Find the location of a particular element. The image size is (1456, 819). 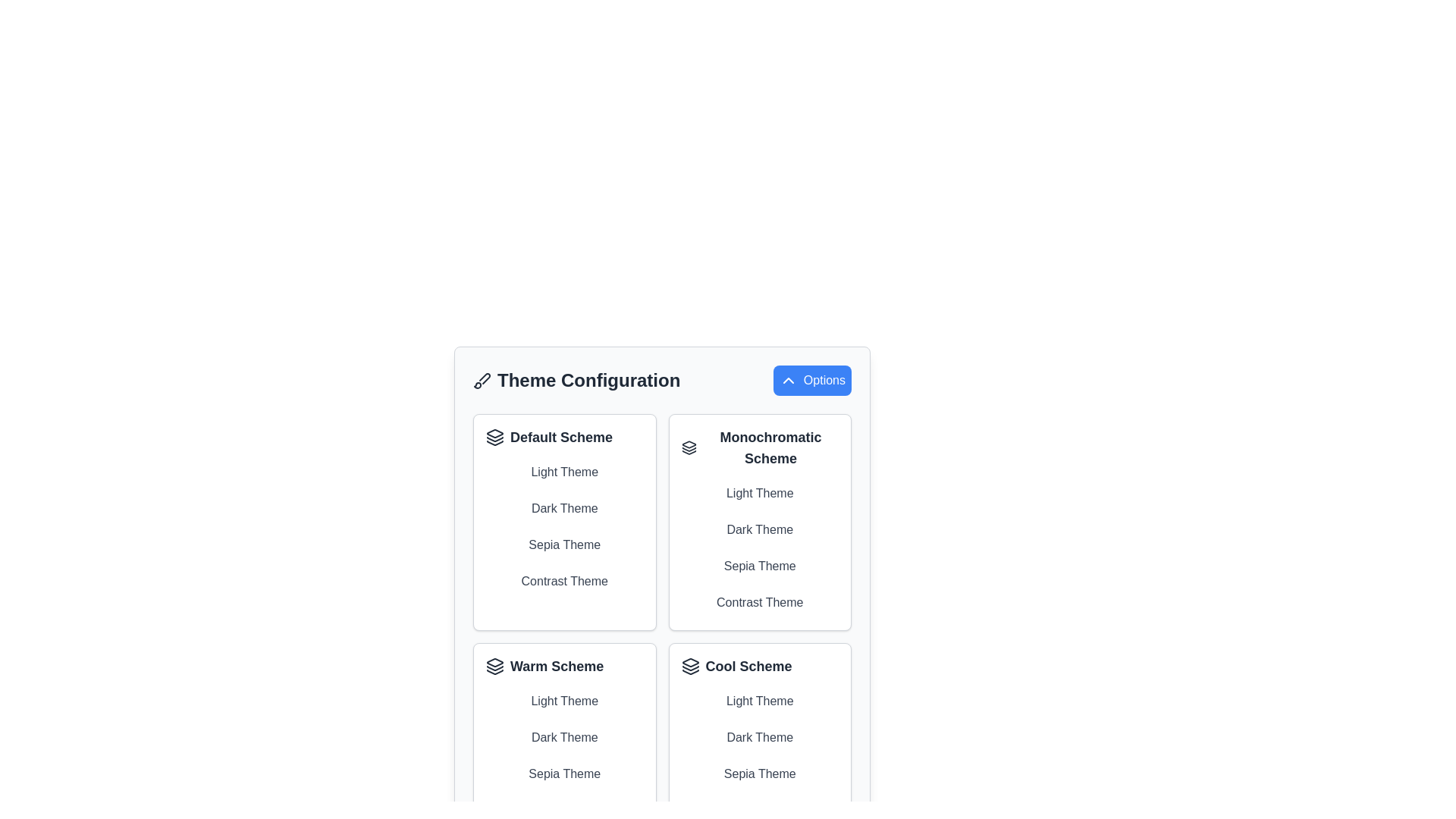

the middle vertical list of selectable items in the 'Default Scheme' section is located at coordinates (563, 526).